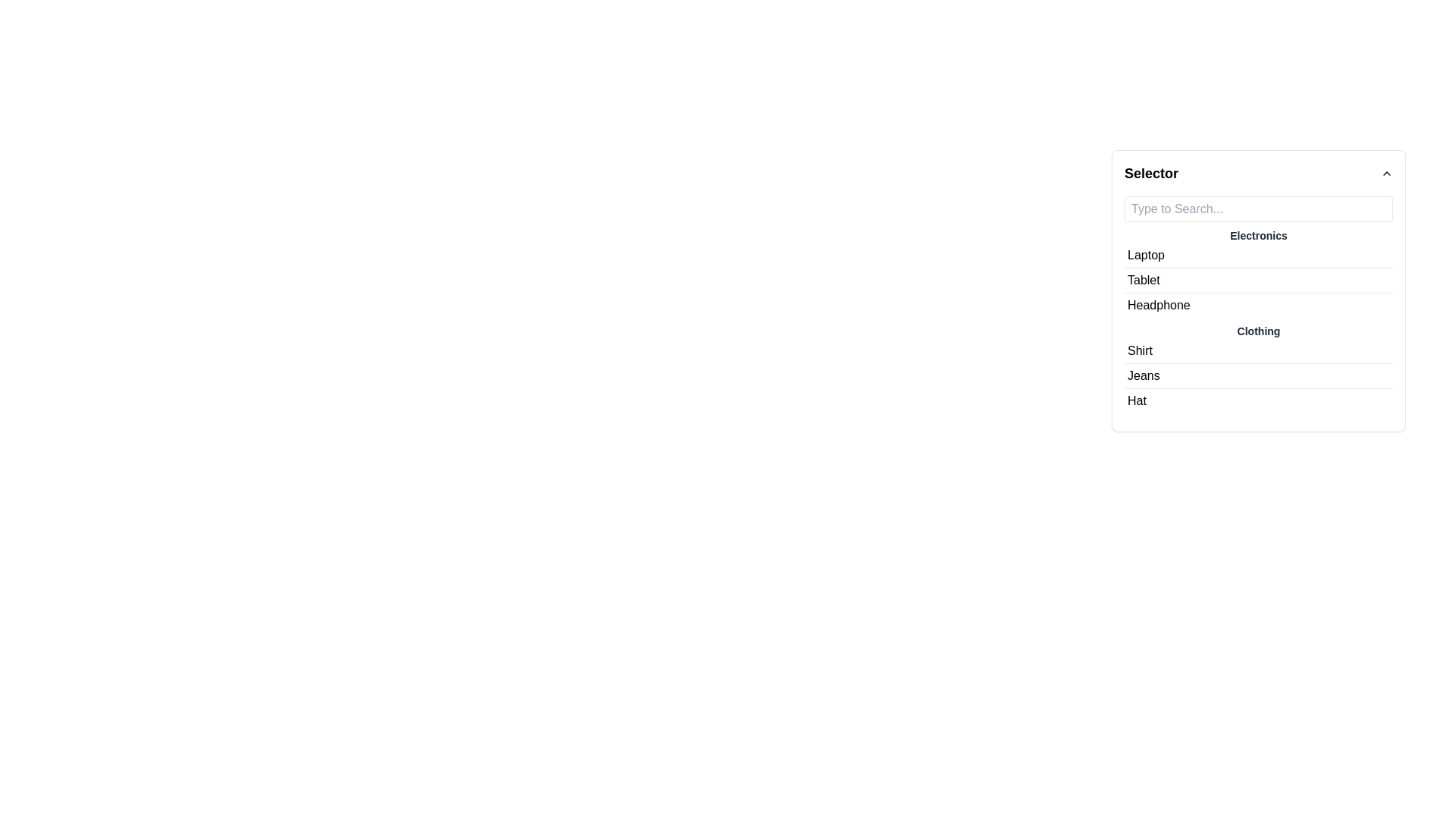 The image size is (1456, 819). Describe the element at coordinates (1259, 281) in the screenshot. I see `the 'Tablet' list item, which is the second item in the dropdown list under 'Electronics'` at that location.